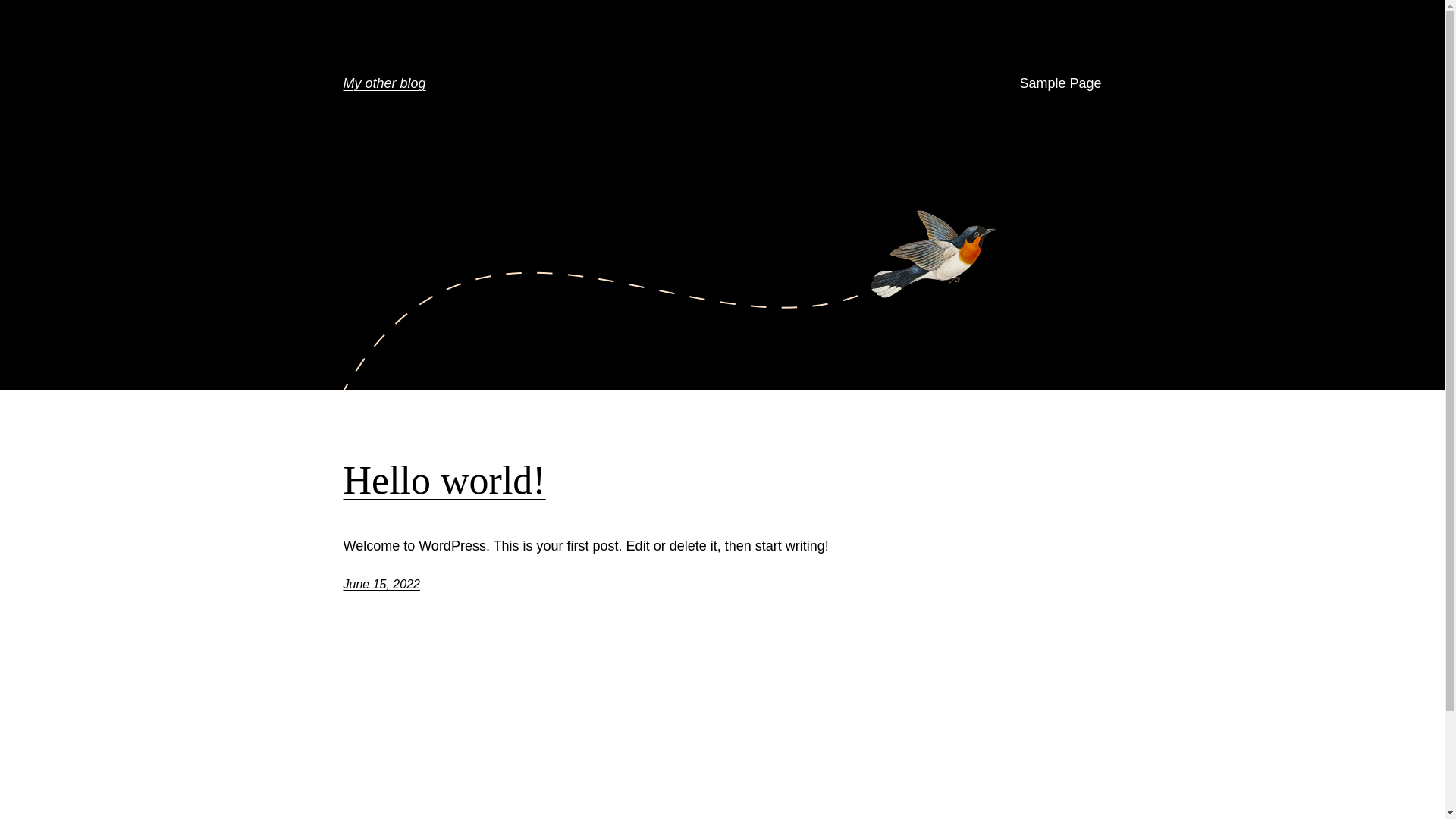  What do you see at coordinates (384, 83) in the screenshot?
I see `'My other blog'` at bounding box center [384, 83].